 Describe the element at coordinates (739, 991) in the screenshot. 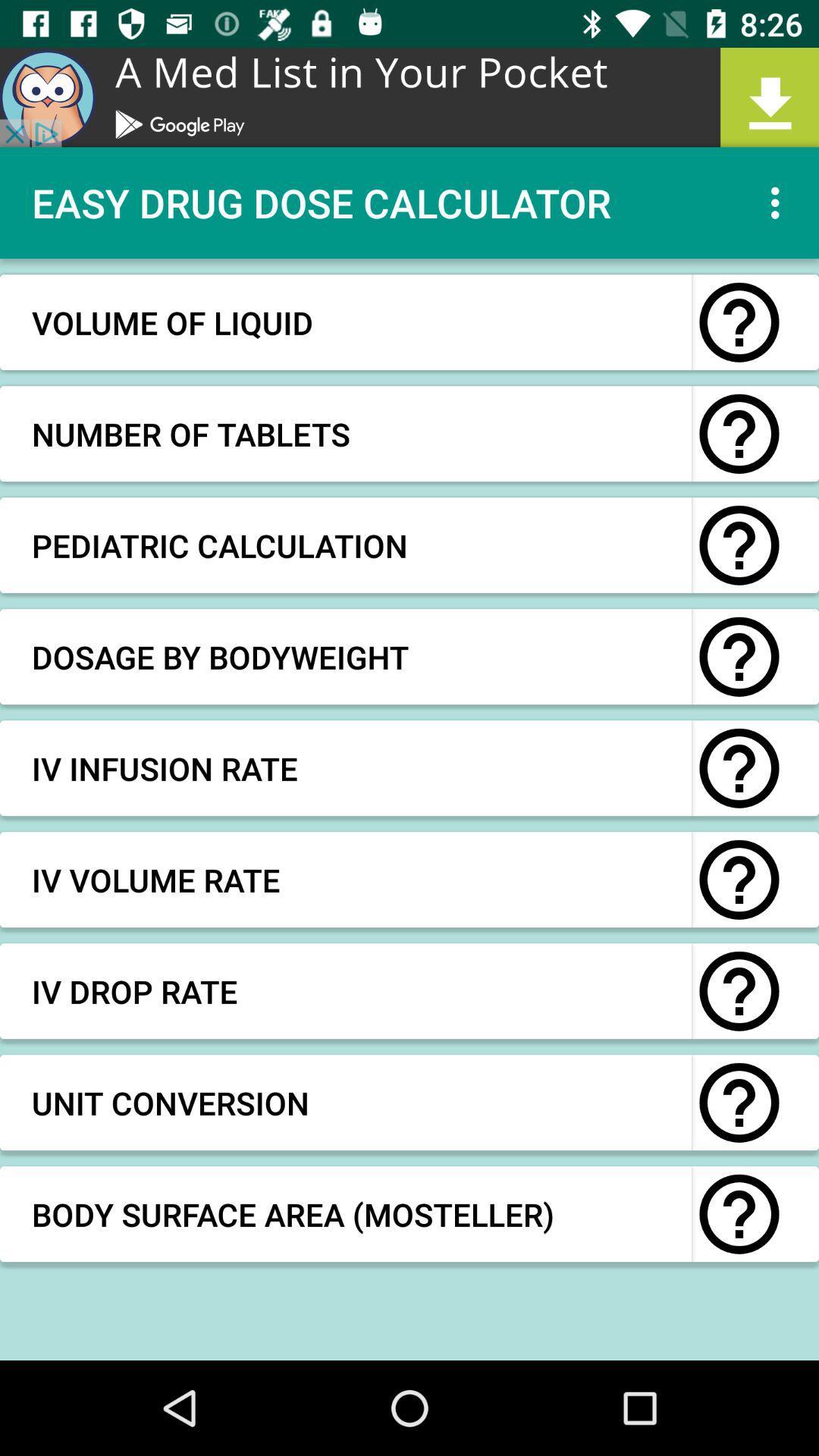

I see `question` at that location.